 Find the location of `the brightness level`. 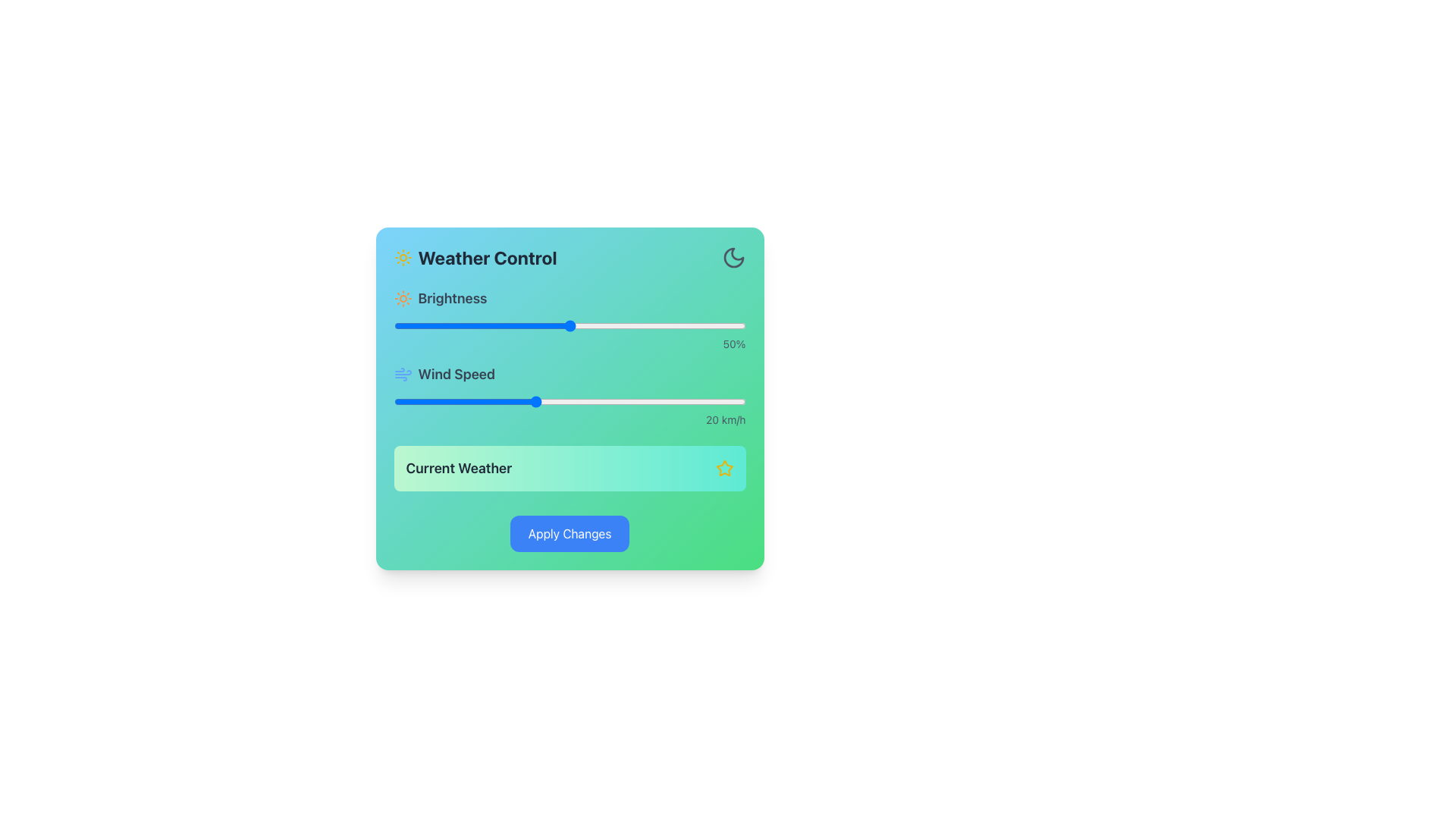

the brightness level is located at coordinates (583, 325).